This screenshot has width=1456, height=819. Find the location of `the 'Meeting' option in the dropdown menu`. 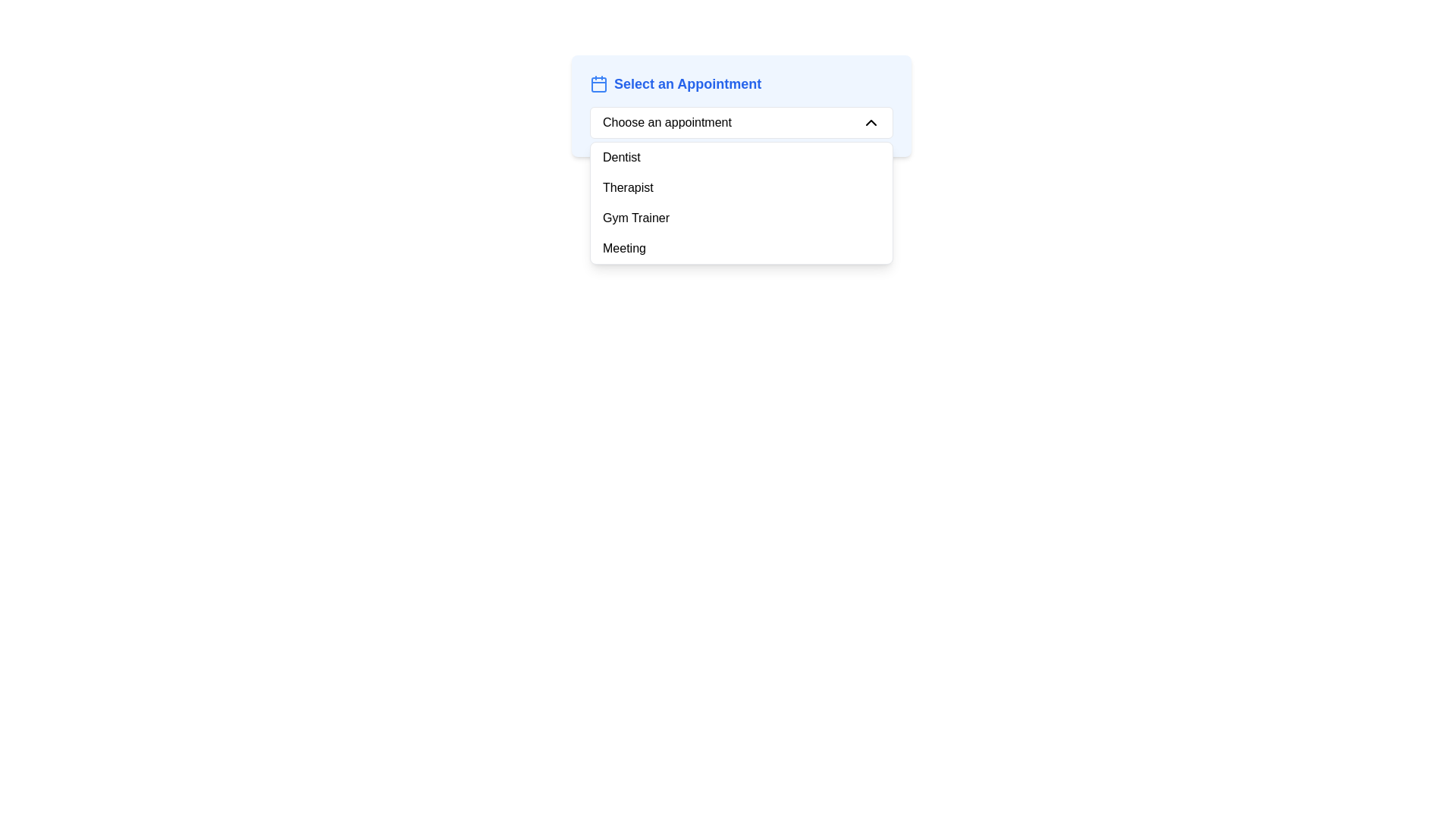

the 'Meeting' option in the dropdown menu is located at coordinates (742, 247).